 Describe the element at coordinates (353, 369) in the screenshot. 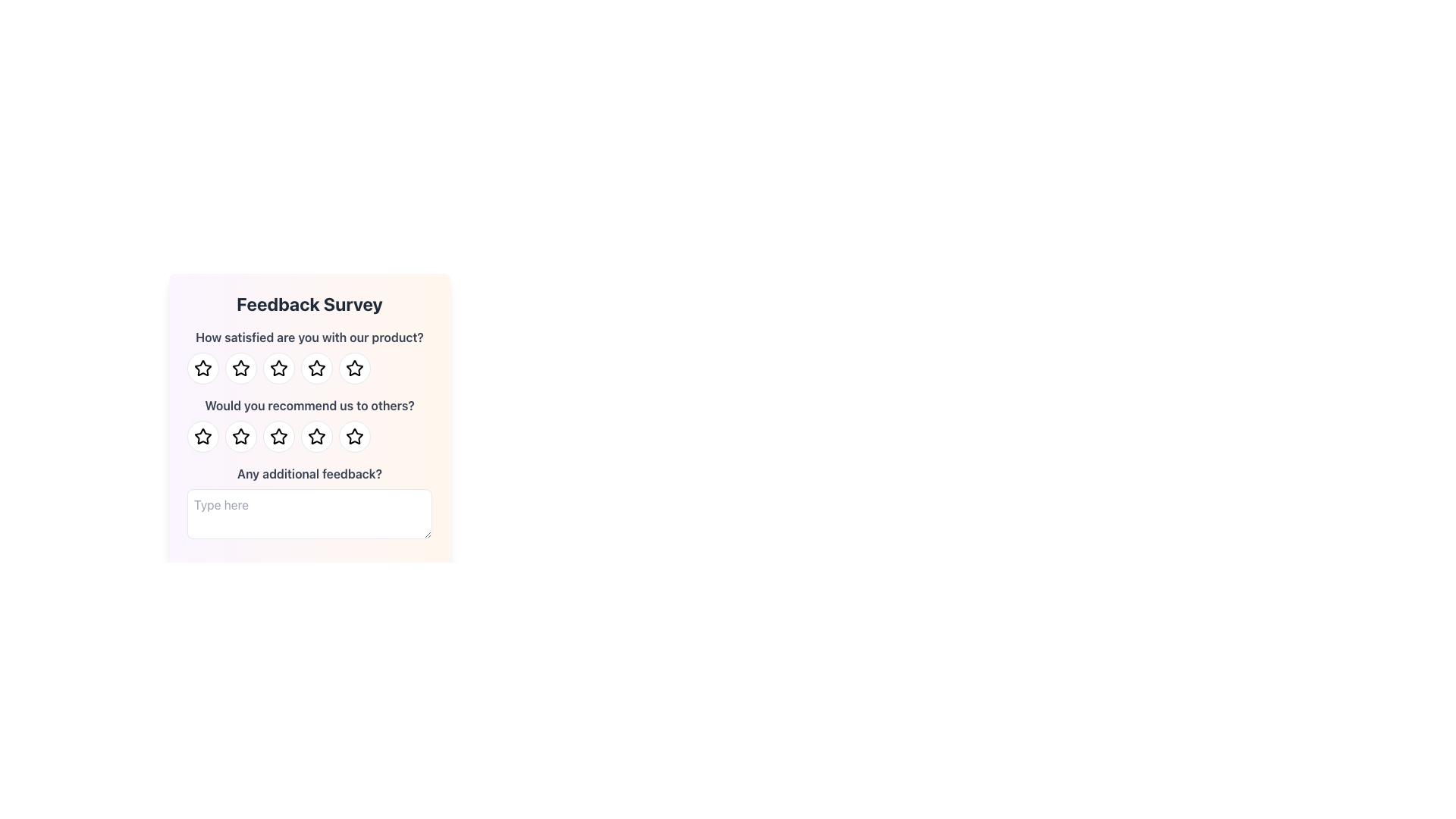

I see `the fifth button in the horizontal row of five buttons below the question 'How satisfied are you with our product?' in the Feedback Survey form for keyboard interaction` at that location.